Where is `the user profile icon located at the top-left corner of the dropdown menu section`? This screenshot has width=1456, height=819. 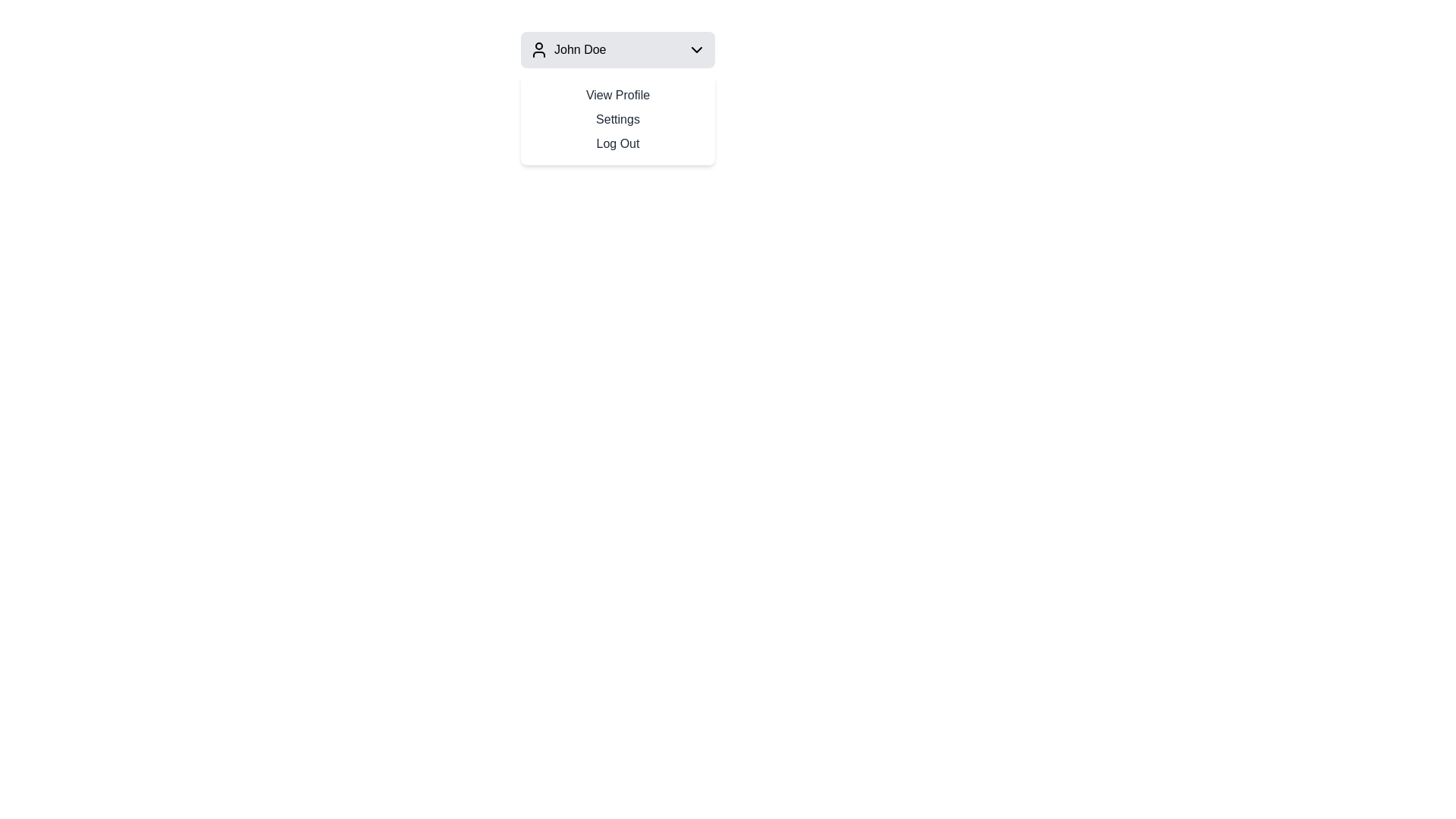 the user profile icon located at the top-left corner of the dropdown menu section is located at coordinates (538, 49).